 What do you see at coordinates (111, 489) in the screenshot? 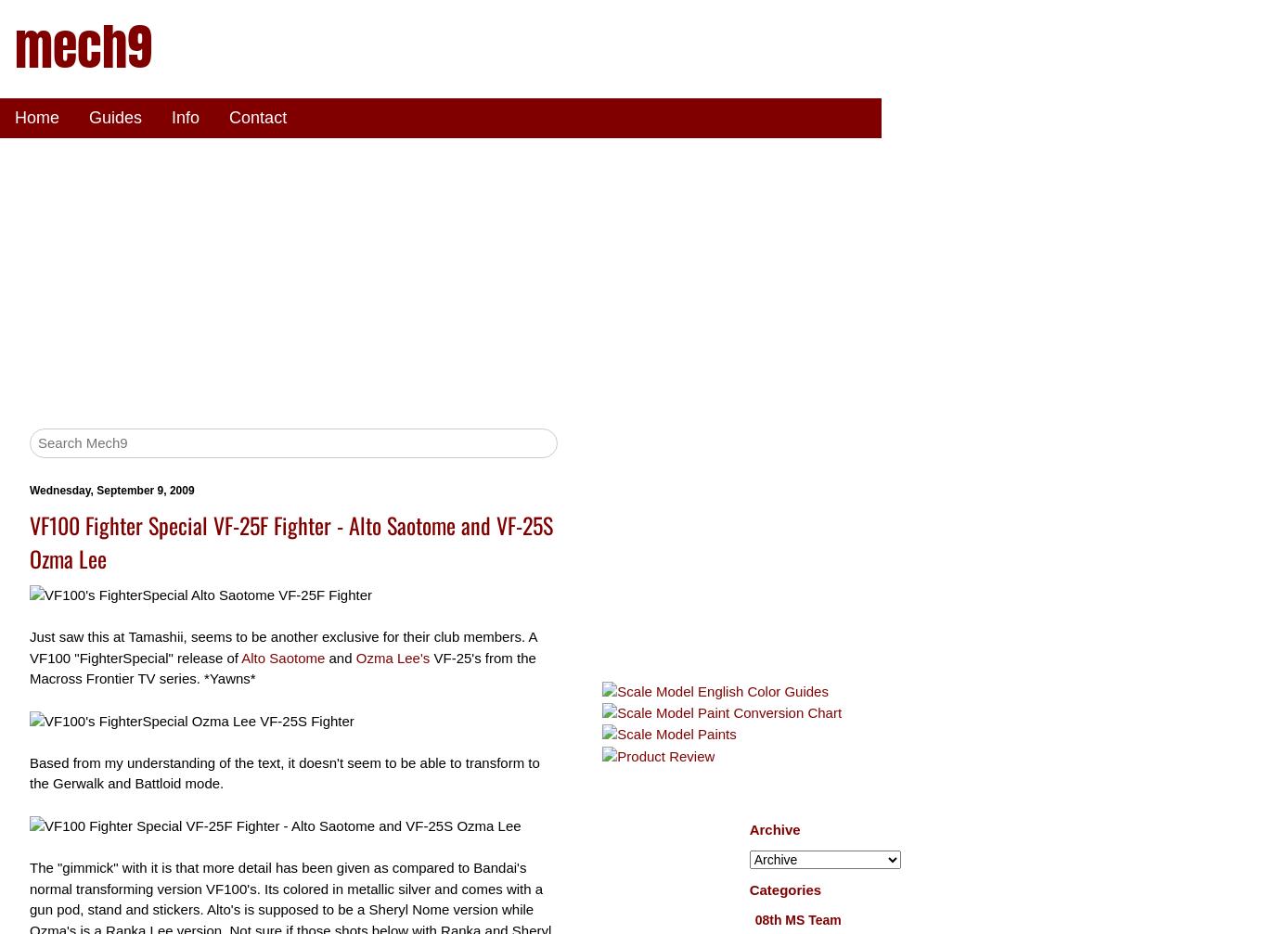
I see `'Wednesday, September 9, 2009'` at bounding box center [111, 489].